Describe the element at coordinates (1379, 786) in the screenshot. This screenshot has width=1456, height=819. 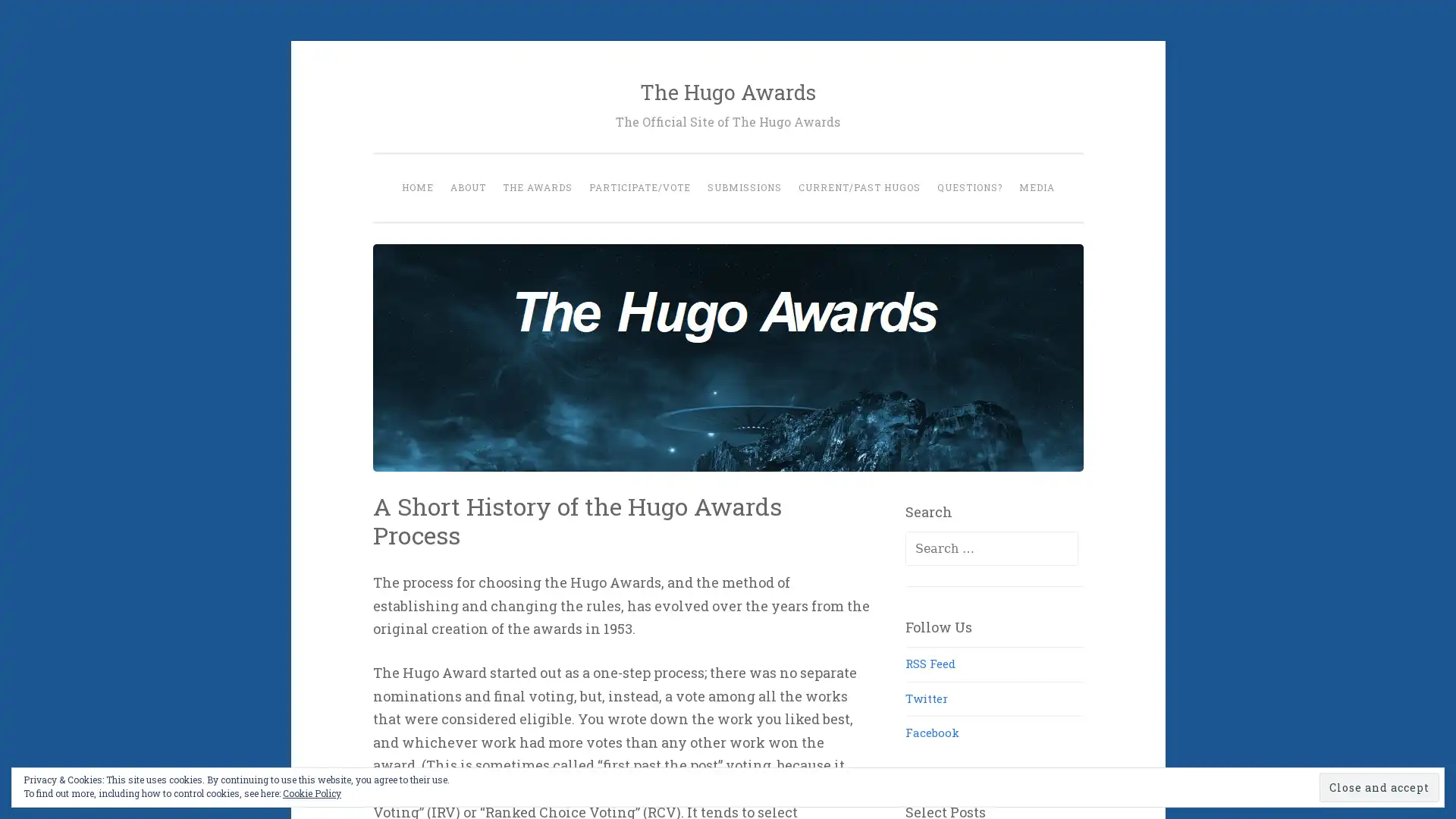
I see `Close and accept` at that location.